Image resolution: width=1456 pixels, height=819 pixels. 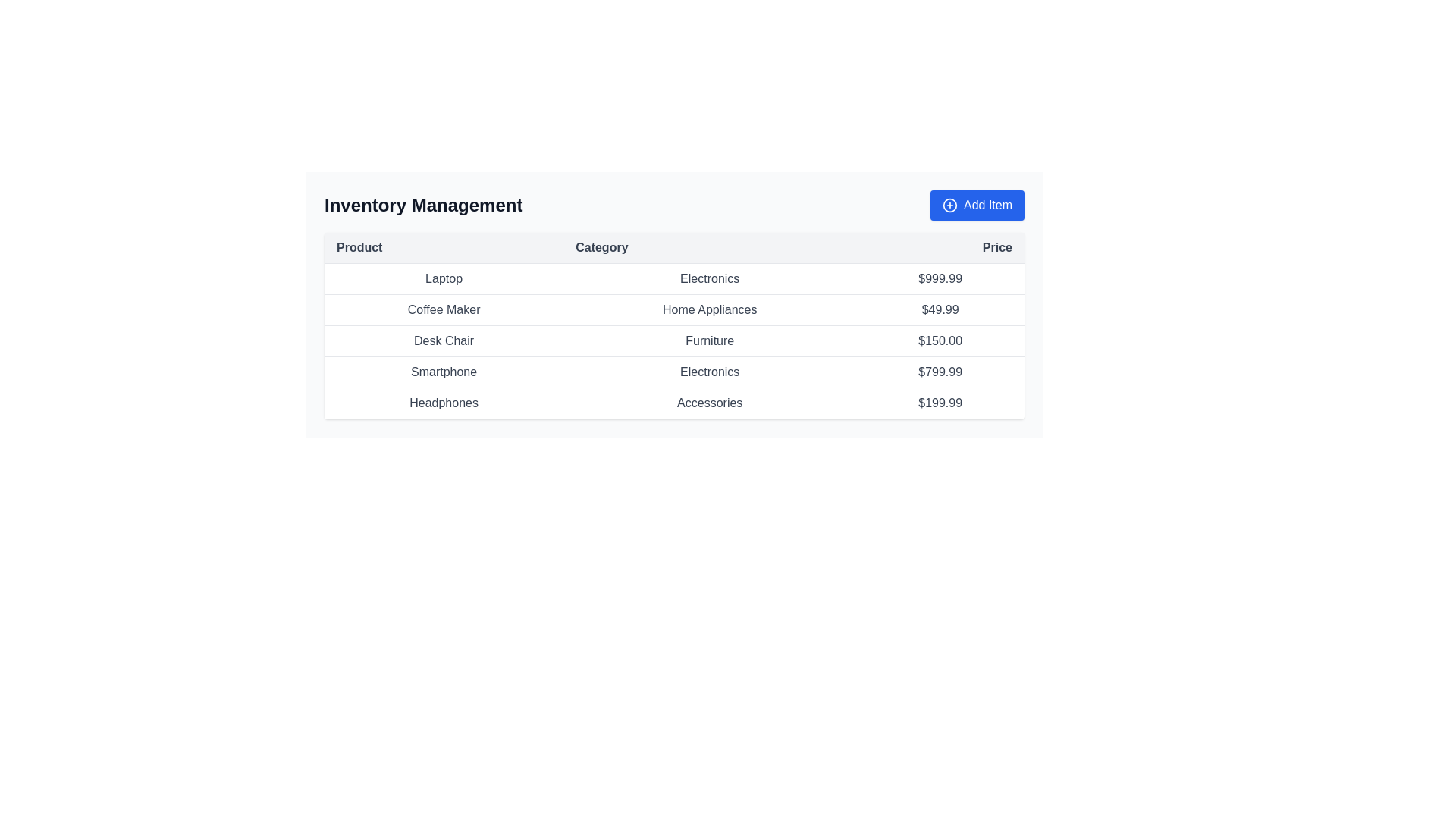 What do you see at coordinates (709, 278) in the screenshot?
I see `the static text element that displays the category 'Electronics' for the product 'Laptop' in the tabular inventory management interface` at bounding box center [709, 278].